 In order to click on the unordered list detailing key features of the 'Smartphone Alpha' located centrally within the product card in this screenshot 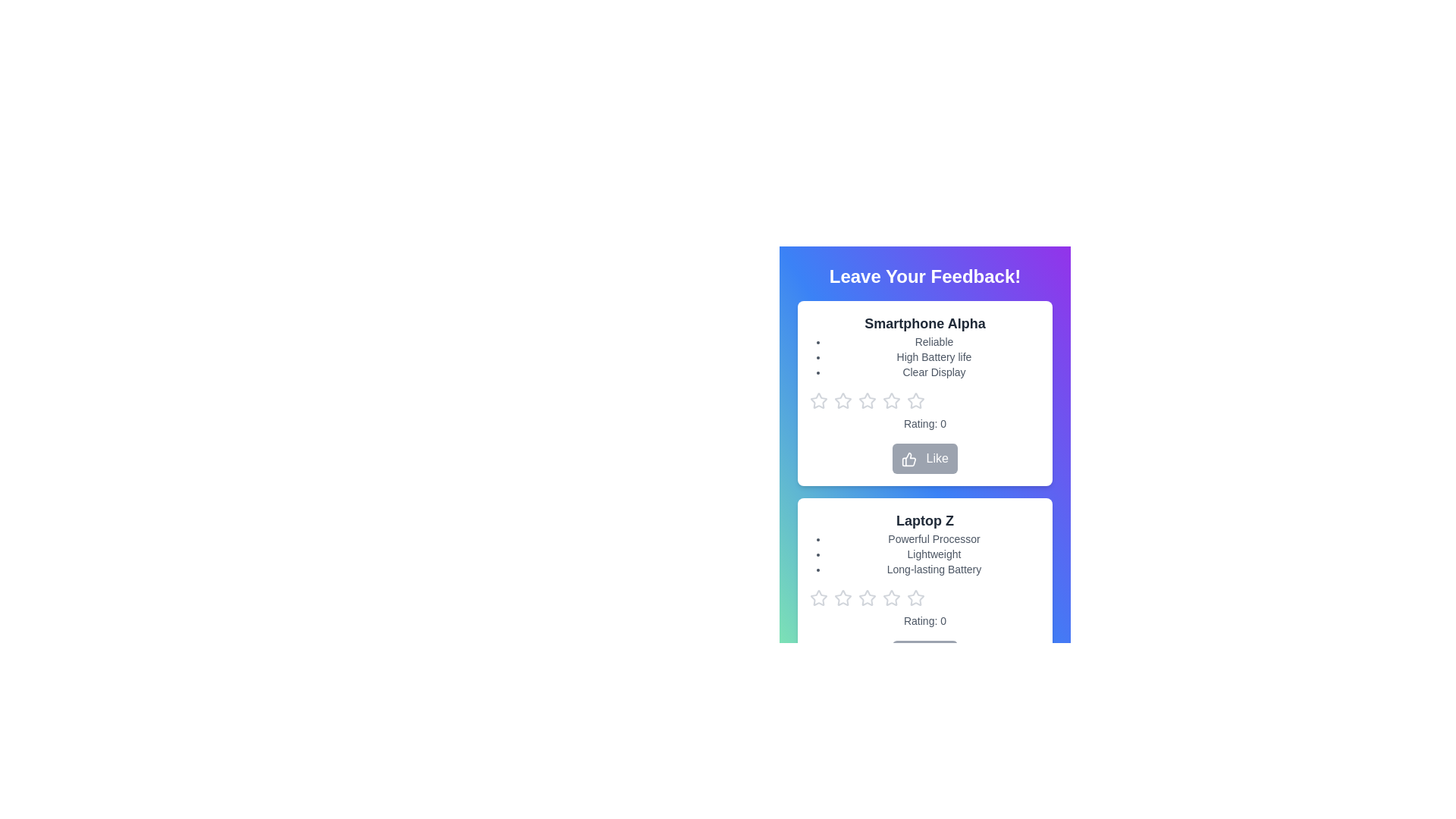, I will do `click(934, 356)`.